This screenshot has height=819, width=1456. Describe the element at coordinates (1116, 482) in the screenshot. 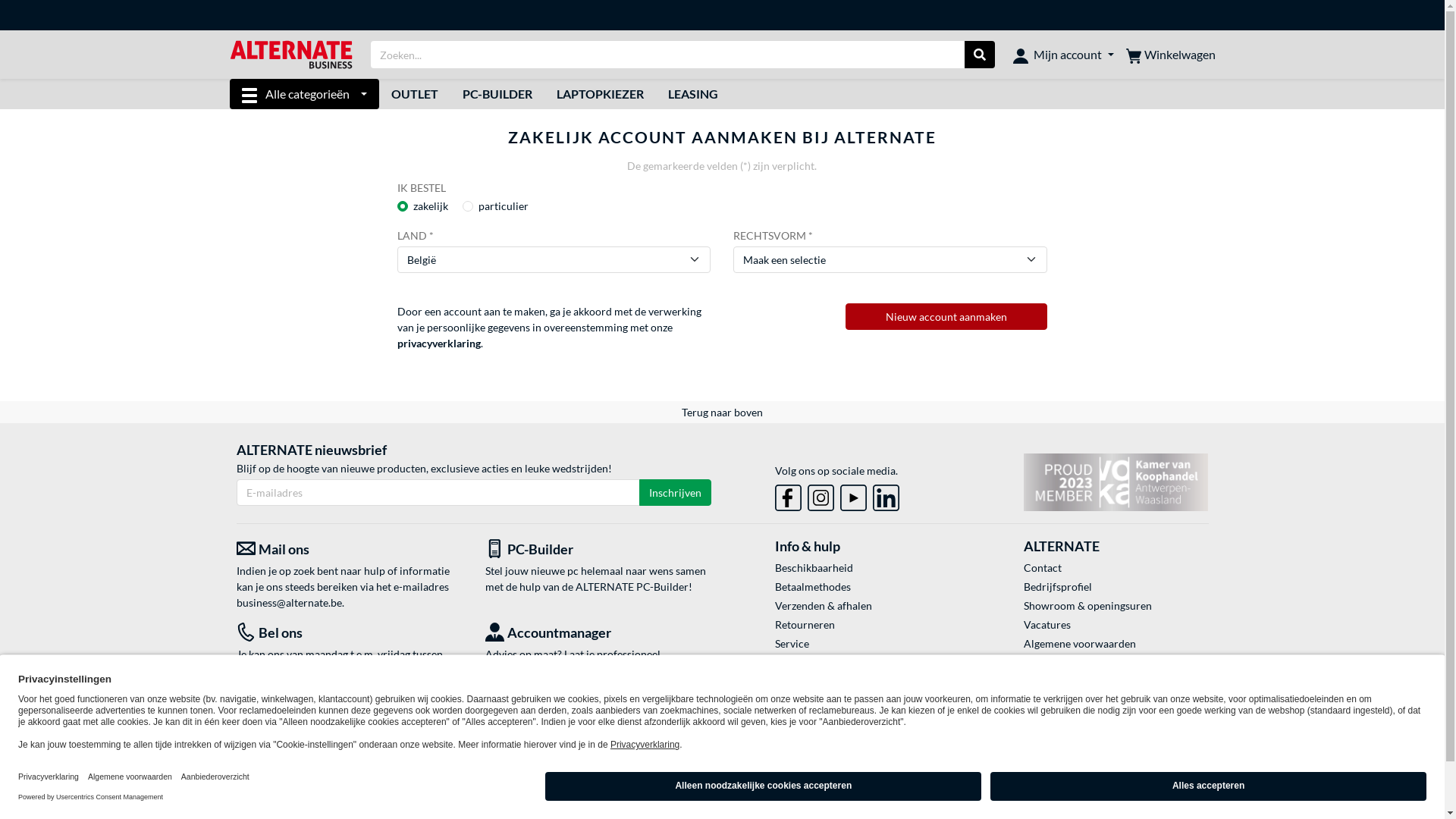

I see `'Voka'` at that location.